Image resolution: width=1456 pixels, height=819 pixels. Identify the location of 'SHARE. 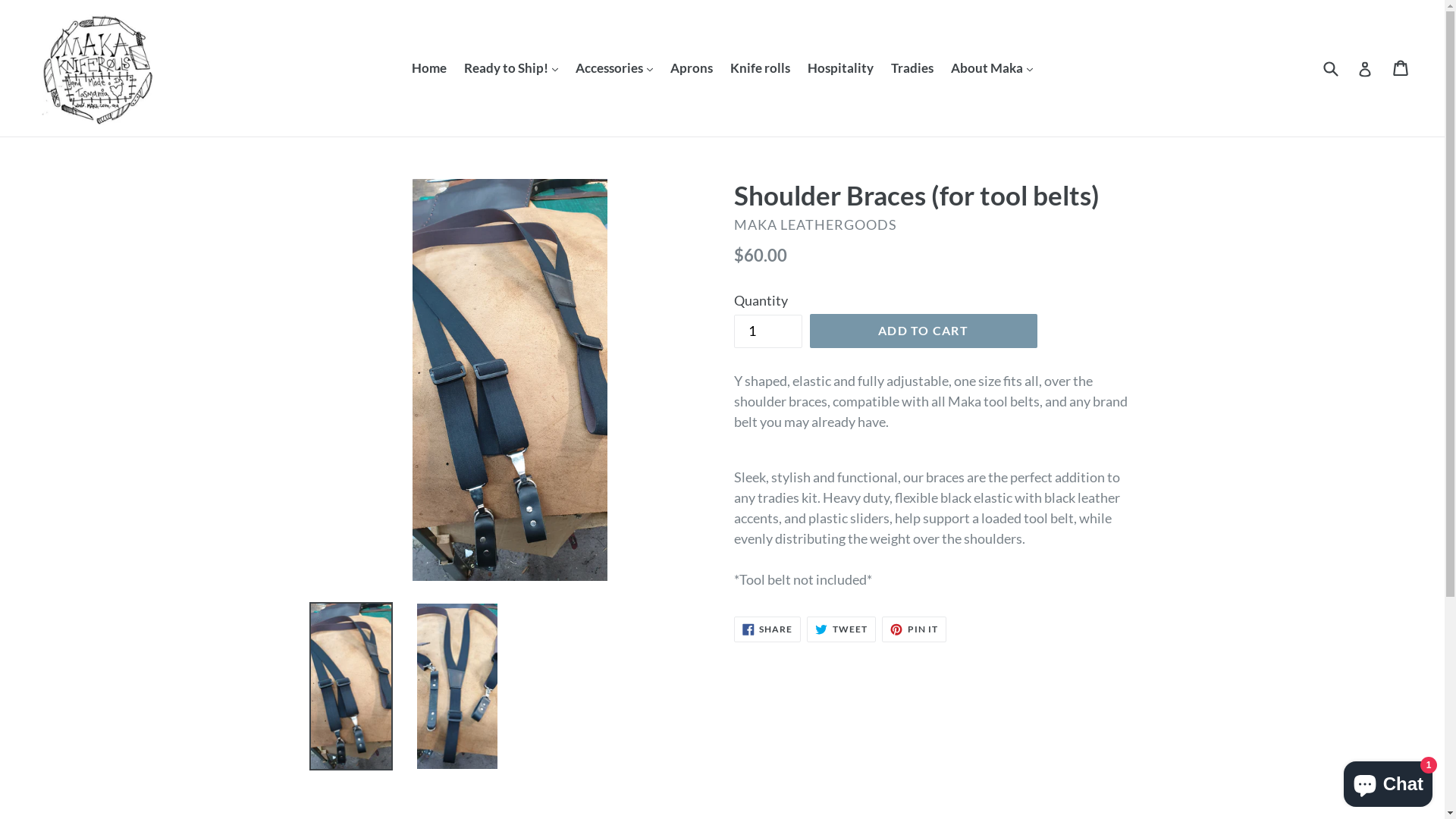
(767, 629).